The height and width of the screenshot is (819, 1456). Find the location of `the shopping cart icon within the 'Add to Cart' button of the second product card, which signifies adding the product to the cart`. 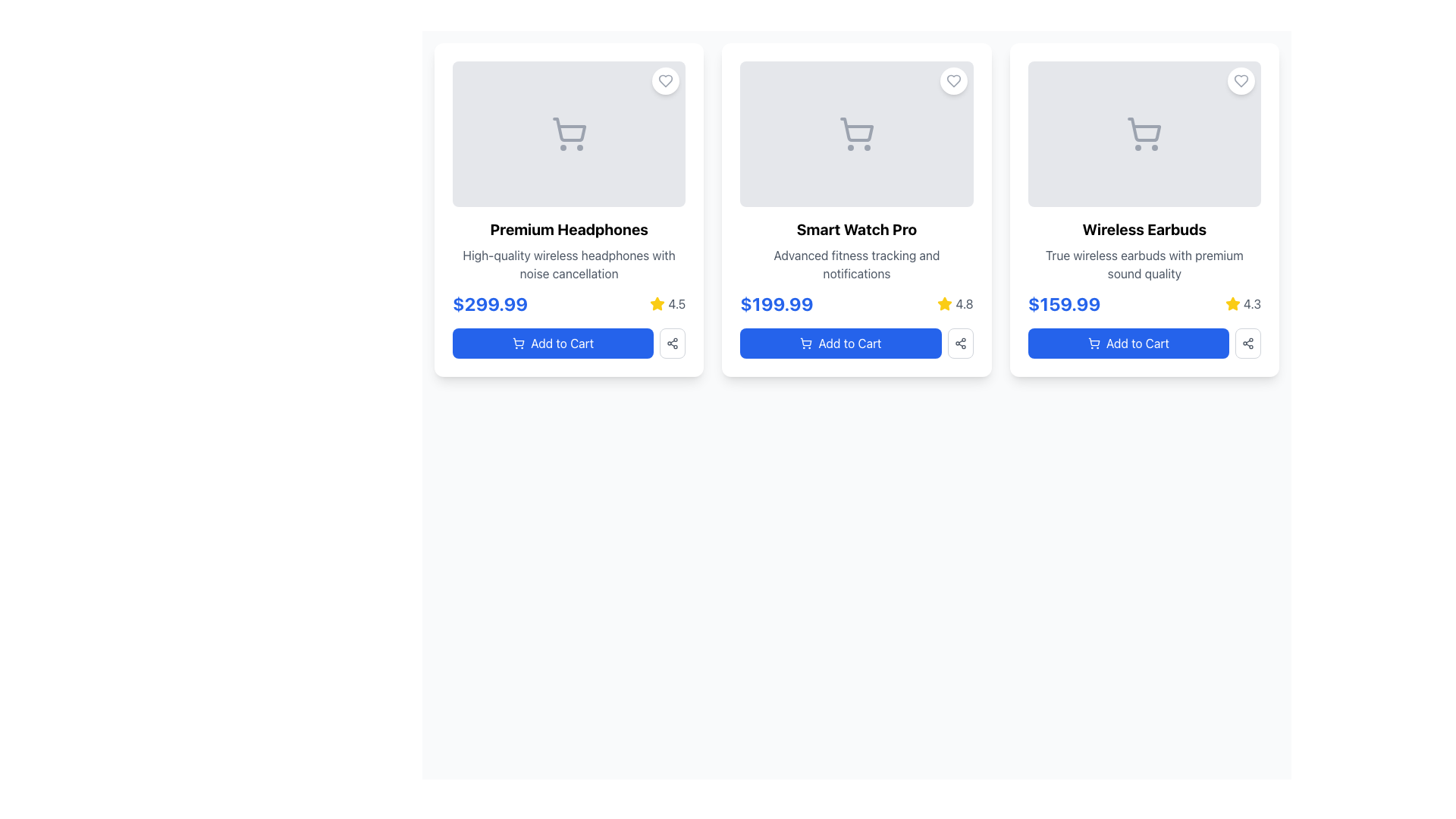

the shopping cart icon within the 'Add to Cart' button of the second product card, which signifies adding the product to the cart is located at coordinates (805, 343).